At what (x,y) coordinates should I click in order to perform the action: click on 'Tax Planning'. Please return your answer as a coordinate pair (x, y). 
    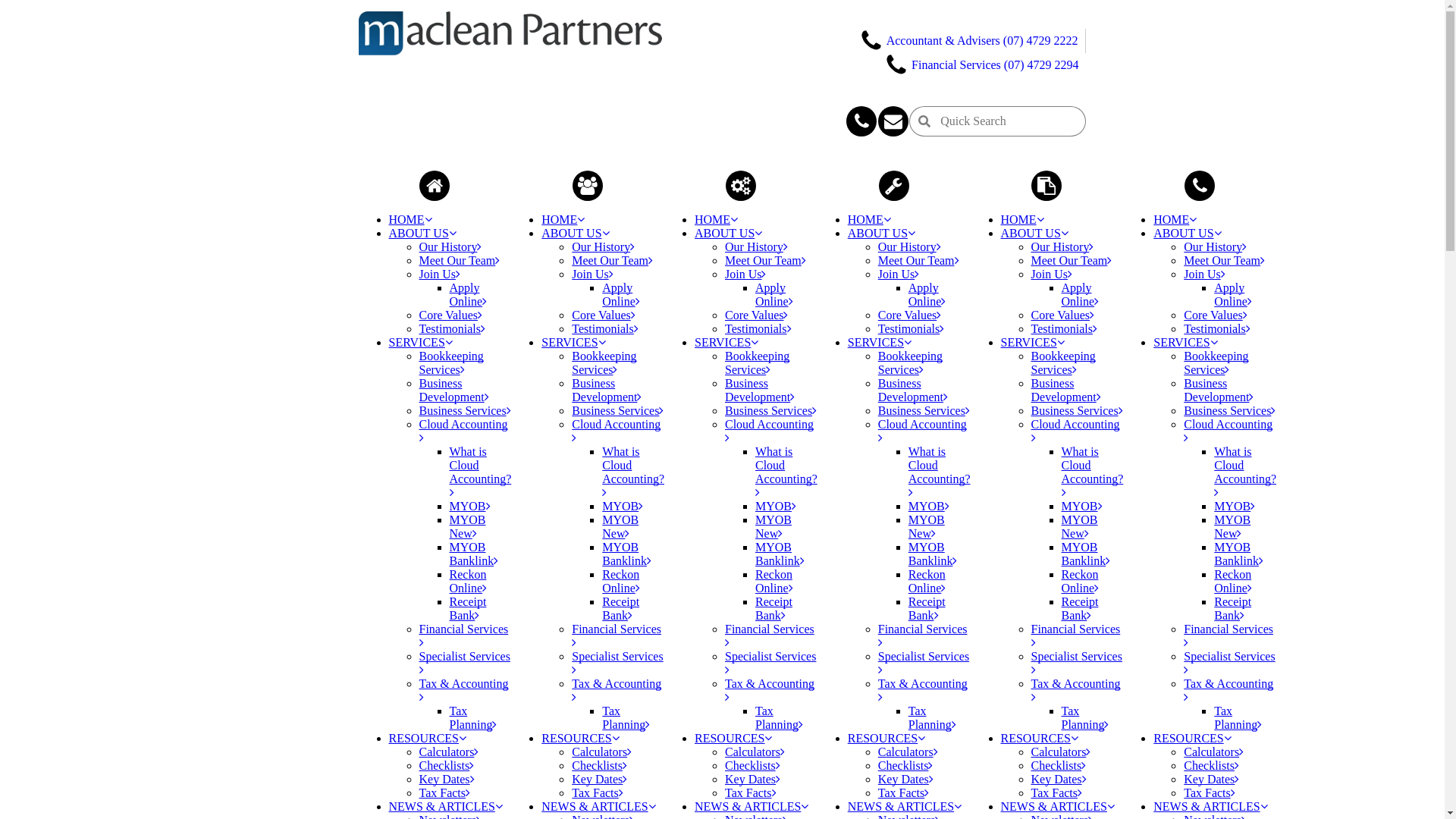
    Looking at the image, I should click on (1238, 717).